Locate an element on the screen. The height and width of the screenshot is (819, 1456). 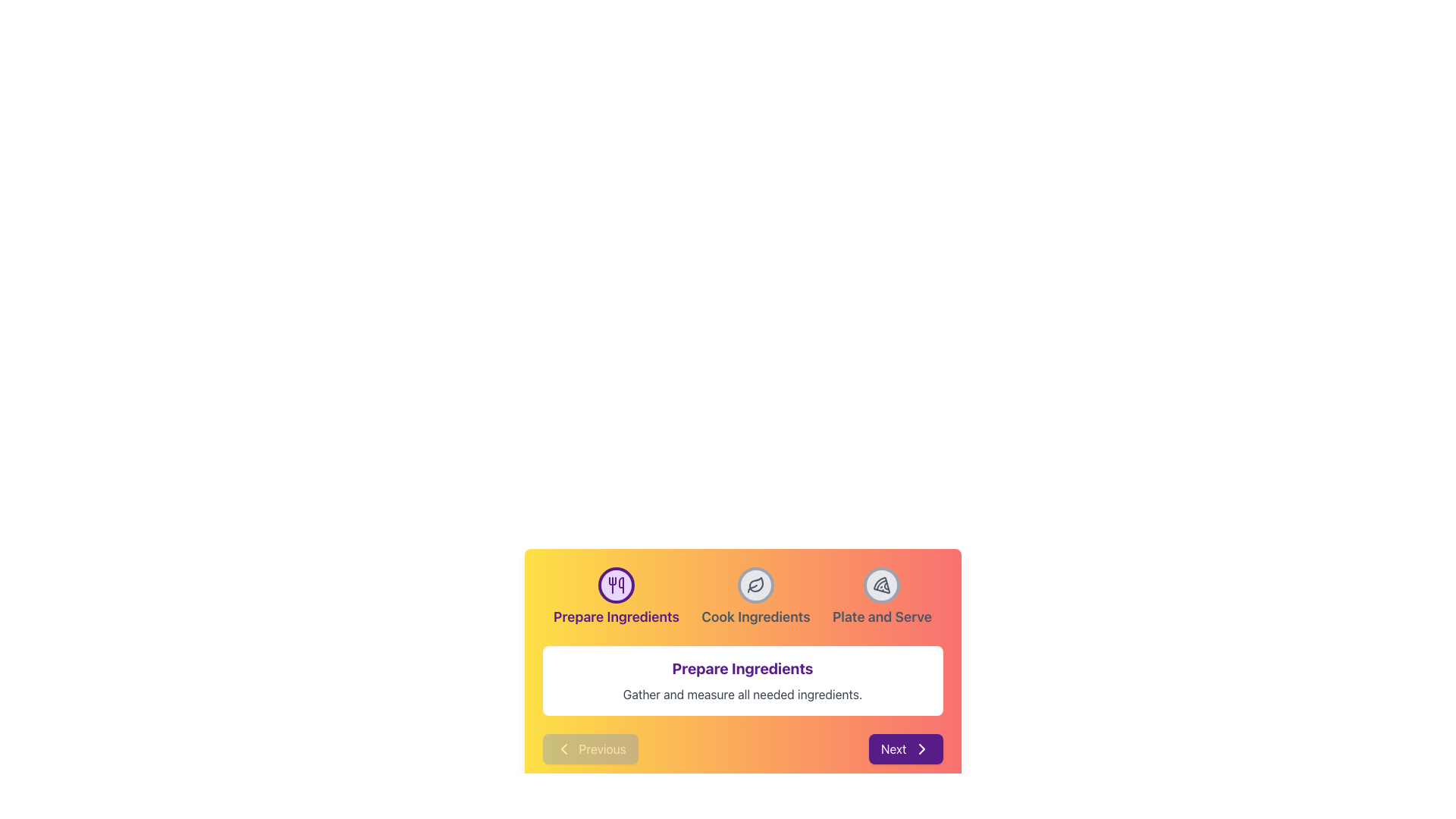
the Step indicator navigation button located in the middle section of the interface is located at coordinates (742, 596).